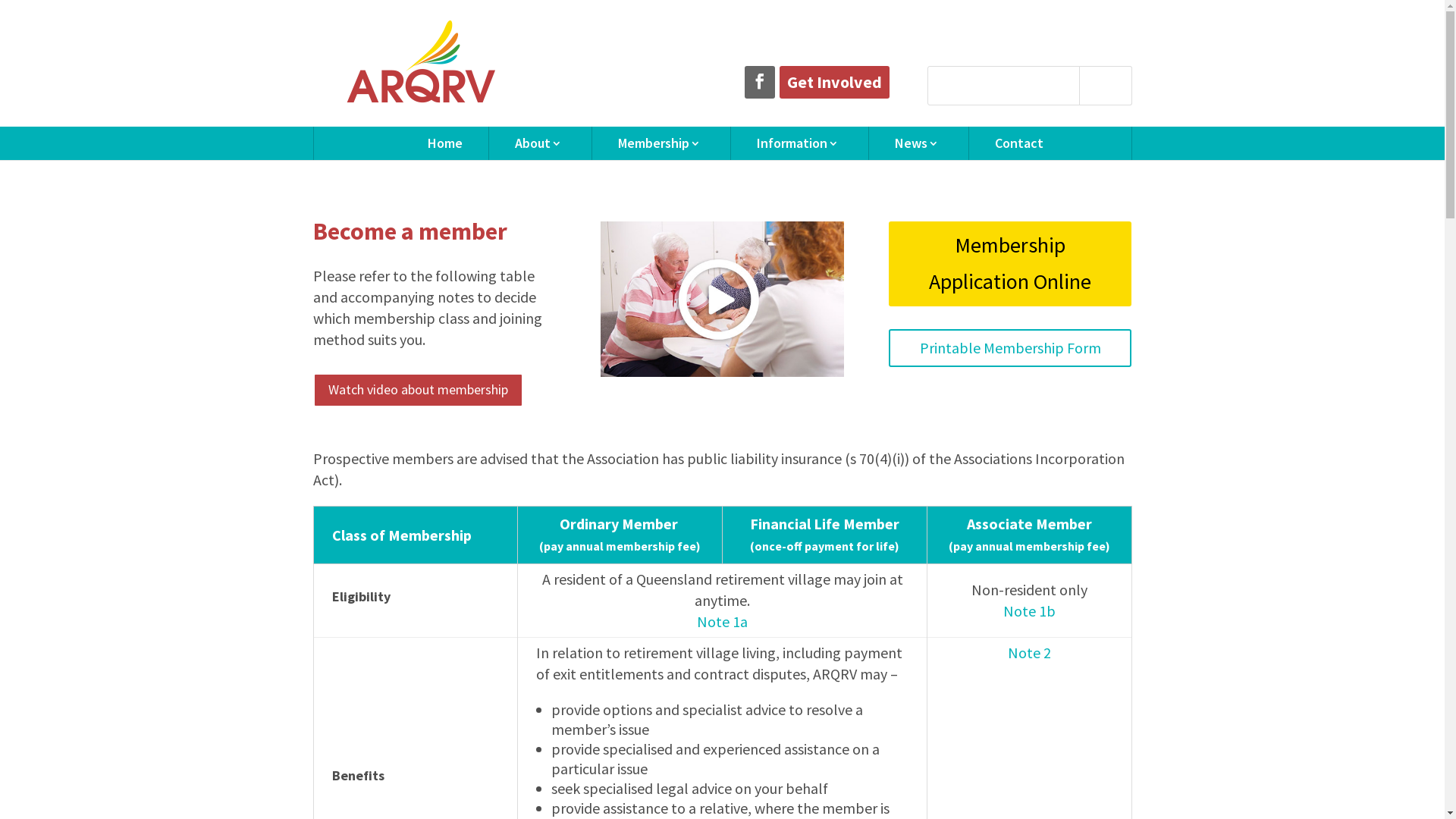 Image resolution: width=1456 pixels, height=819 pixels. I want to click on 'Home', so click(444, 143).